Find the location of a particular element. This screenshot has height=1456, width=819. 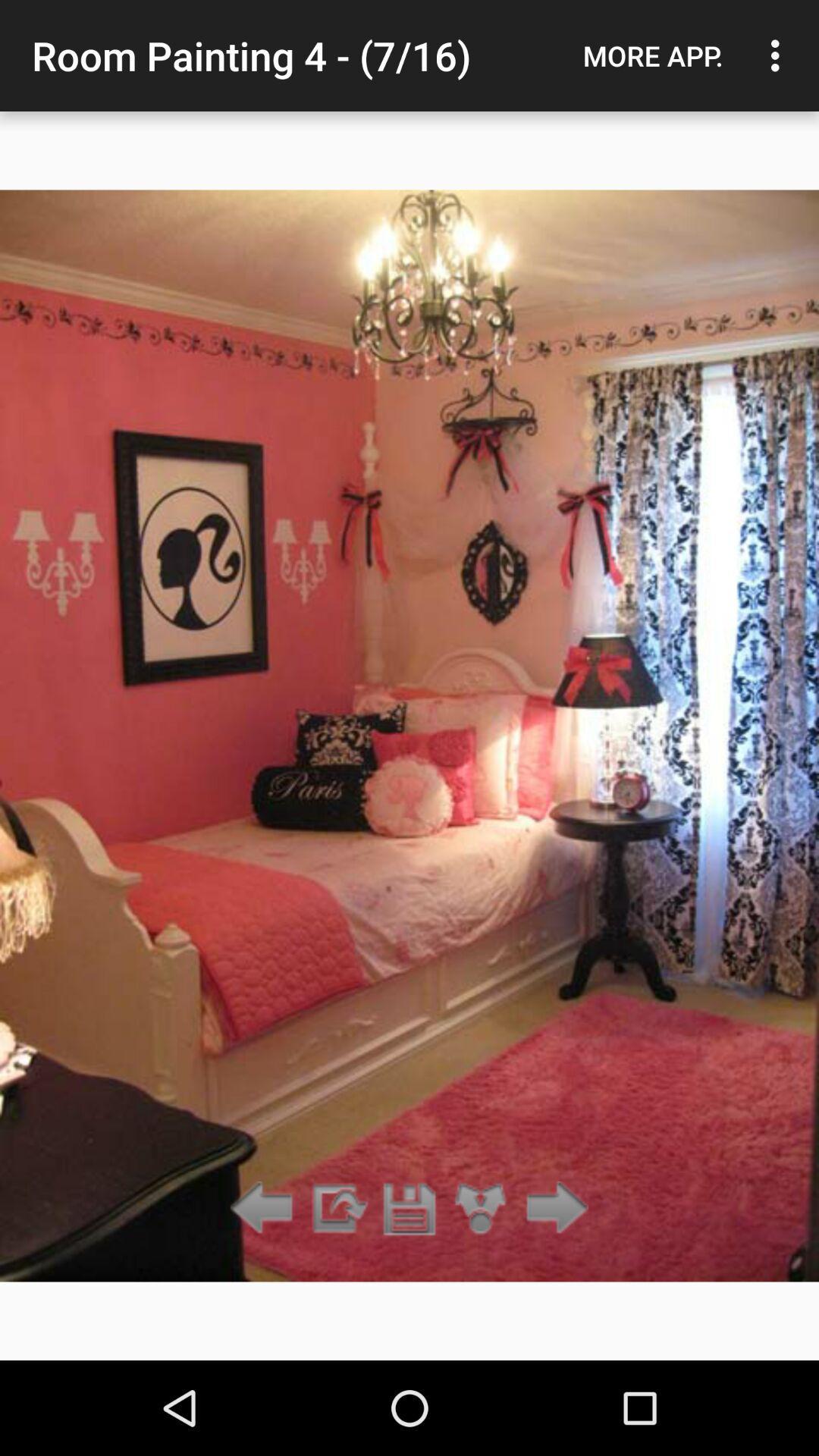

the launch icon is located at coordinates (337, 1208).